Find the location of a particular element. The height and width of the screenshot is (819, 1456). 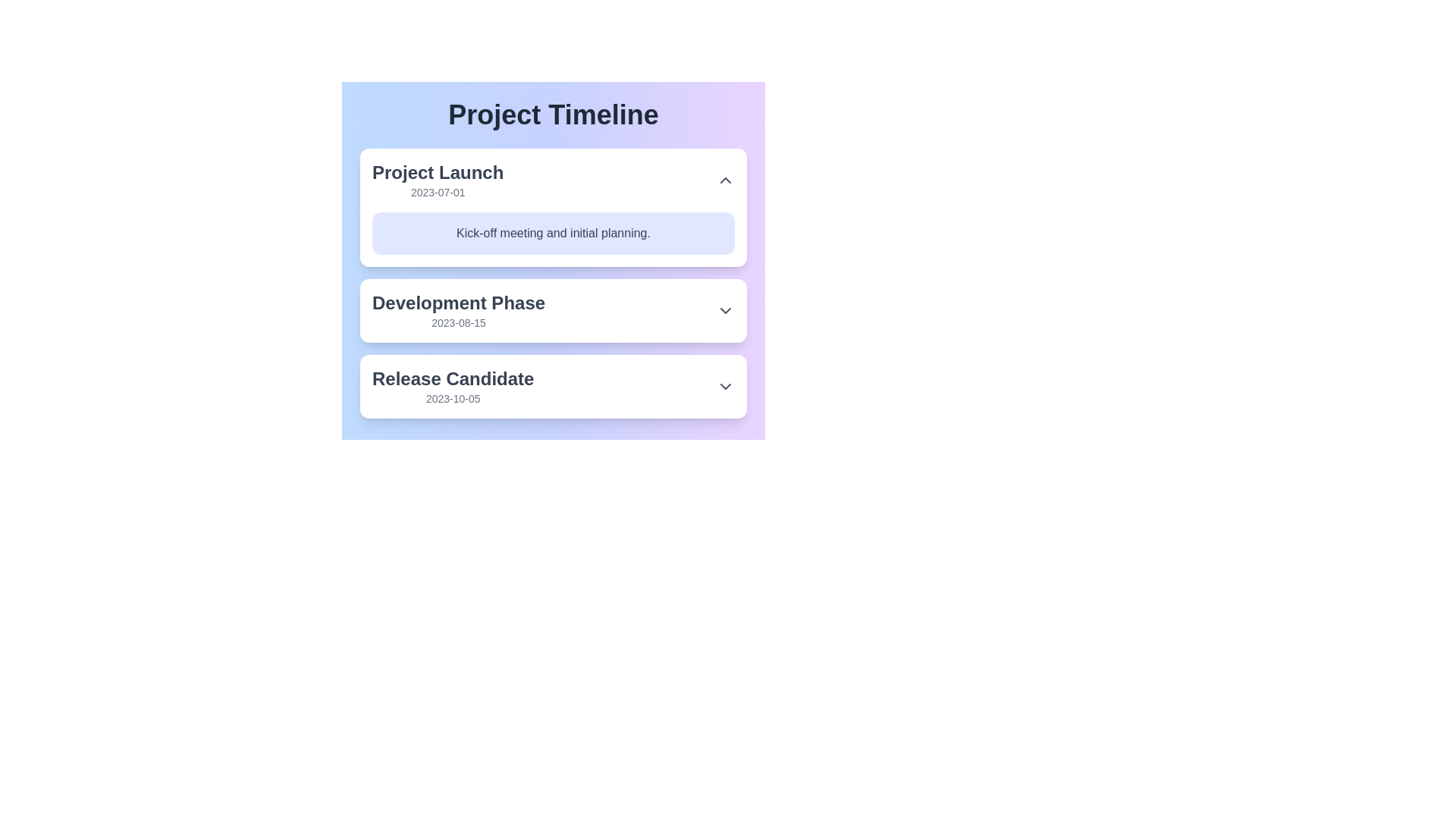

date displayed on the Text Label located at the bottom of the 'Project Timeline' interface, which provides information related to the 'Release Candidate' milestone is located at coordinates (452, 397).